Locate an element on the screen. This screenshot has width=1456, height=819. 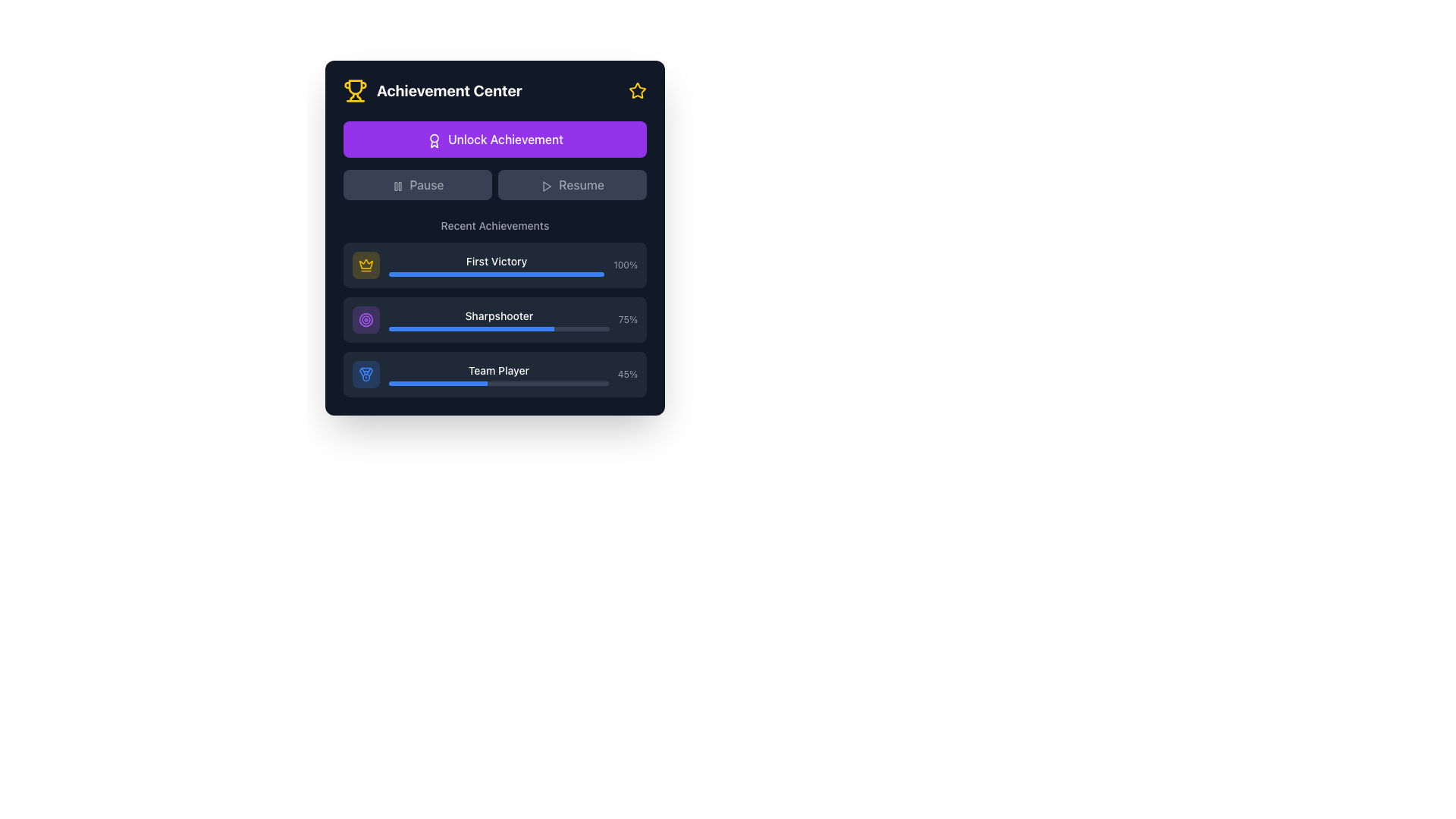
the 'Resume' button, which is the second button in a horizontal group, located to the right of the 'Pause' button is located at coordinates (571, 184).